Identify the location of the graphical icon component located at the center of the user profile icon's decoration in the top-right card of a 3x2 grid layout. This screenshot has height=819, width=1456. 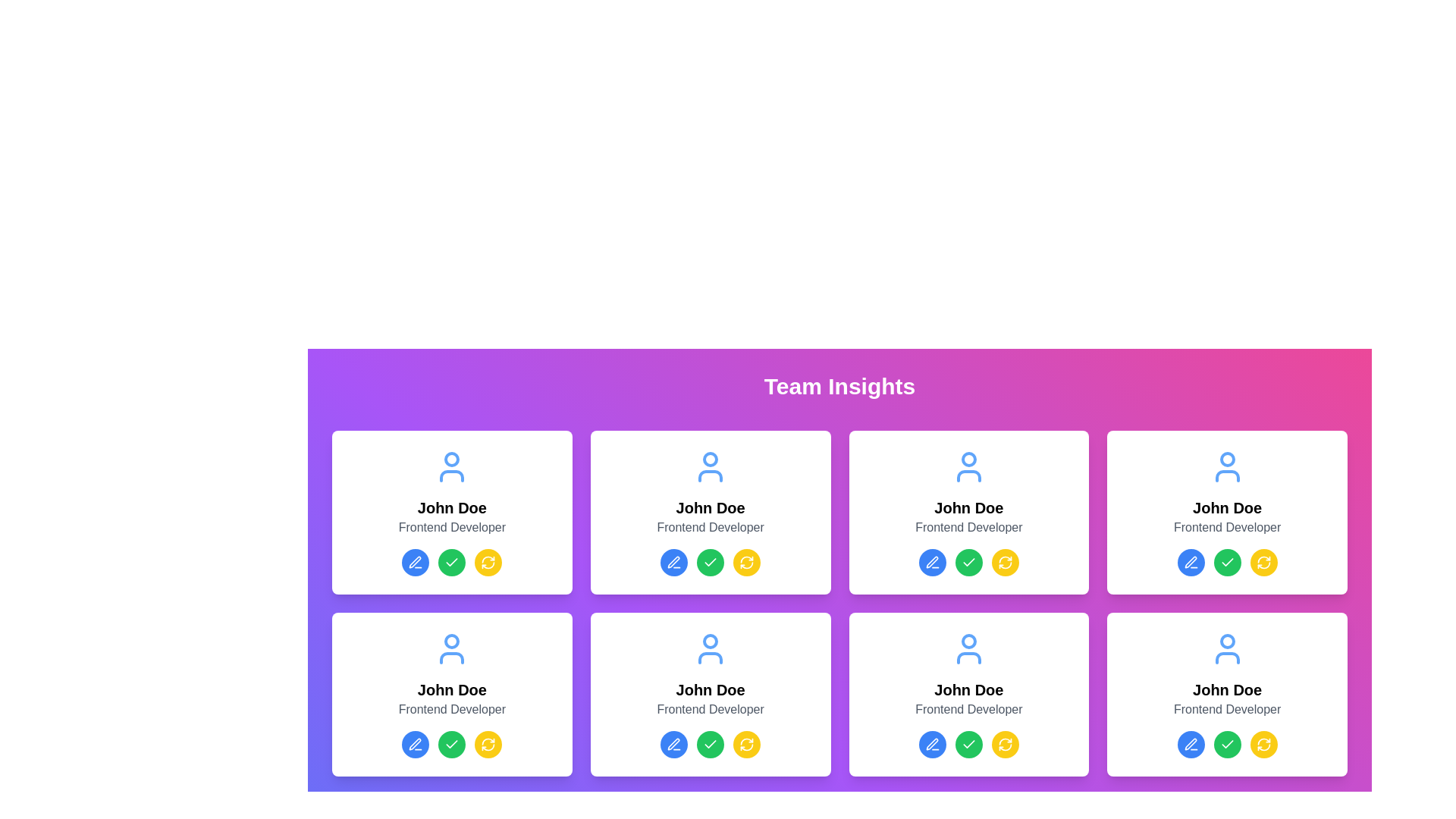
(1227, 458).